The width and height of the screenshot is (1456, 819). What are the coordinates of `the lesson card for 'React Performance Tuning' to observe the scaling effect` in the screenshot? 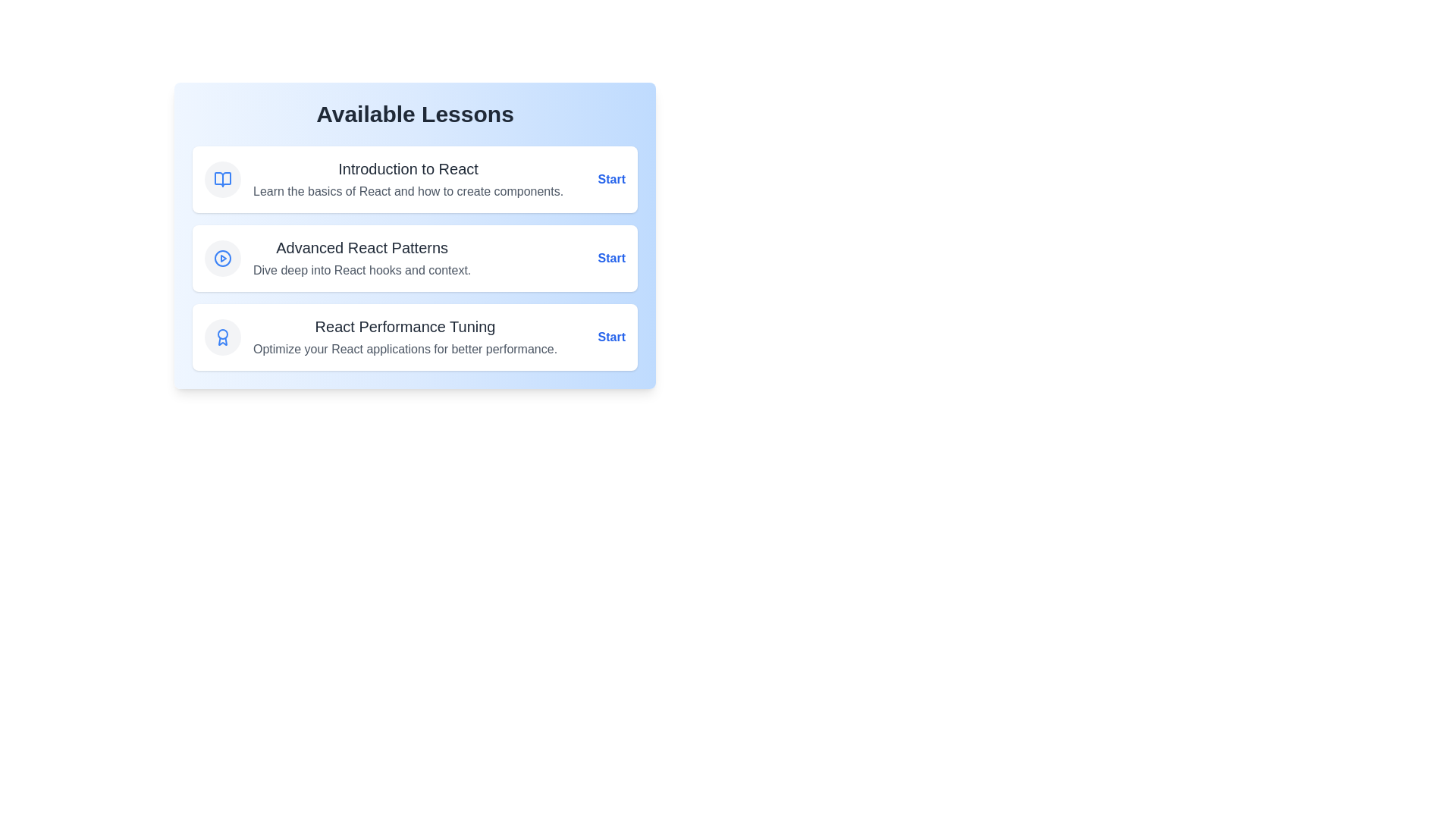 It's located at (415, 336).